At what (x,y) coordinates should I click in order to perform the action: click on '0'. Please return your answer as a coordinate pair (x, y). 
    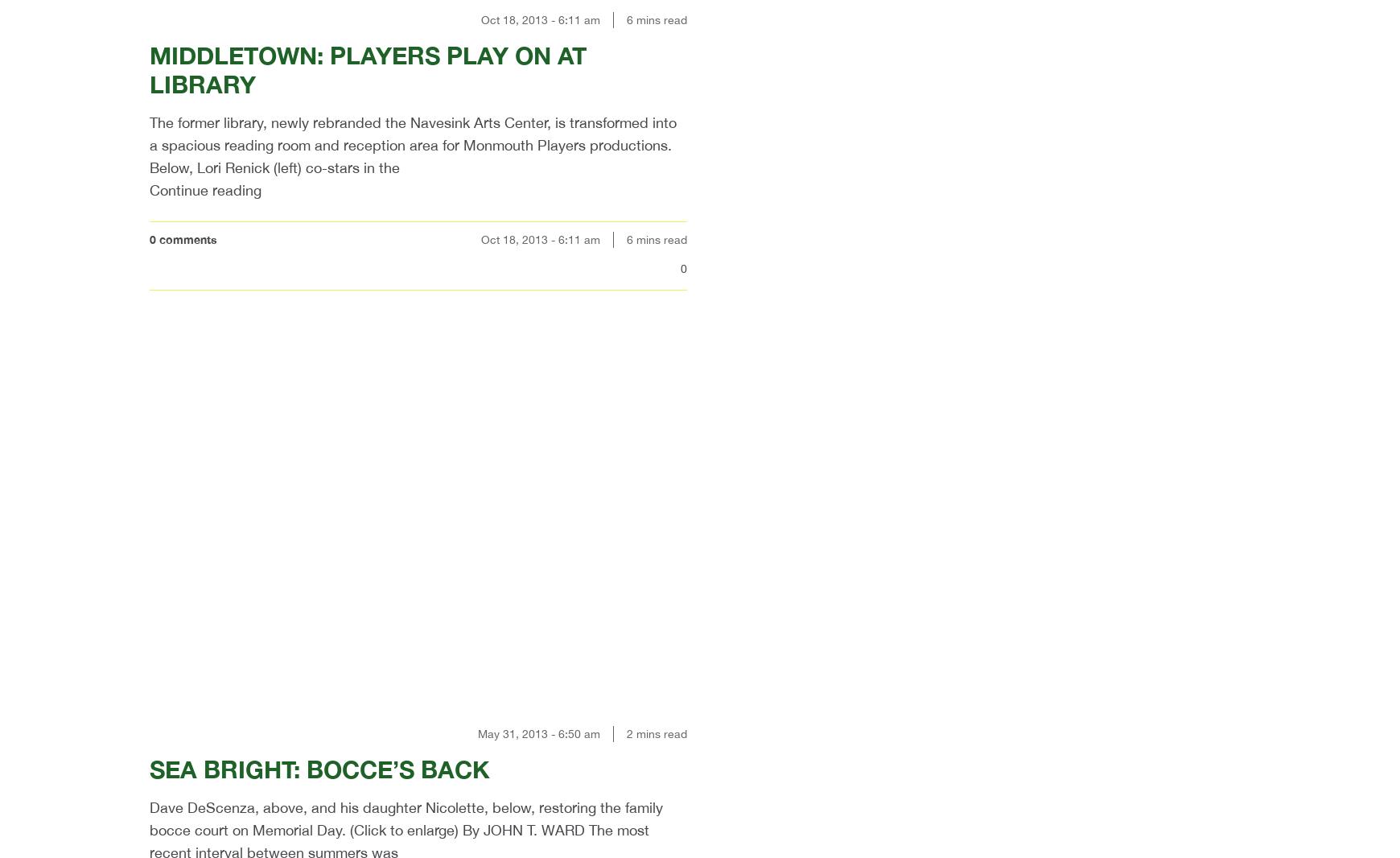
    Looking at the image, I should click on (683, 268).